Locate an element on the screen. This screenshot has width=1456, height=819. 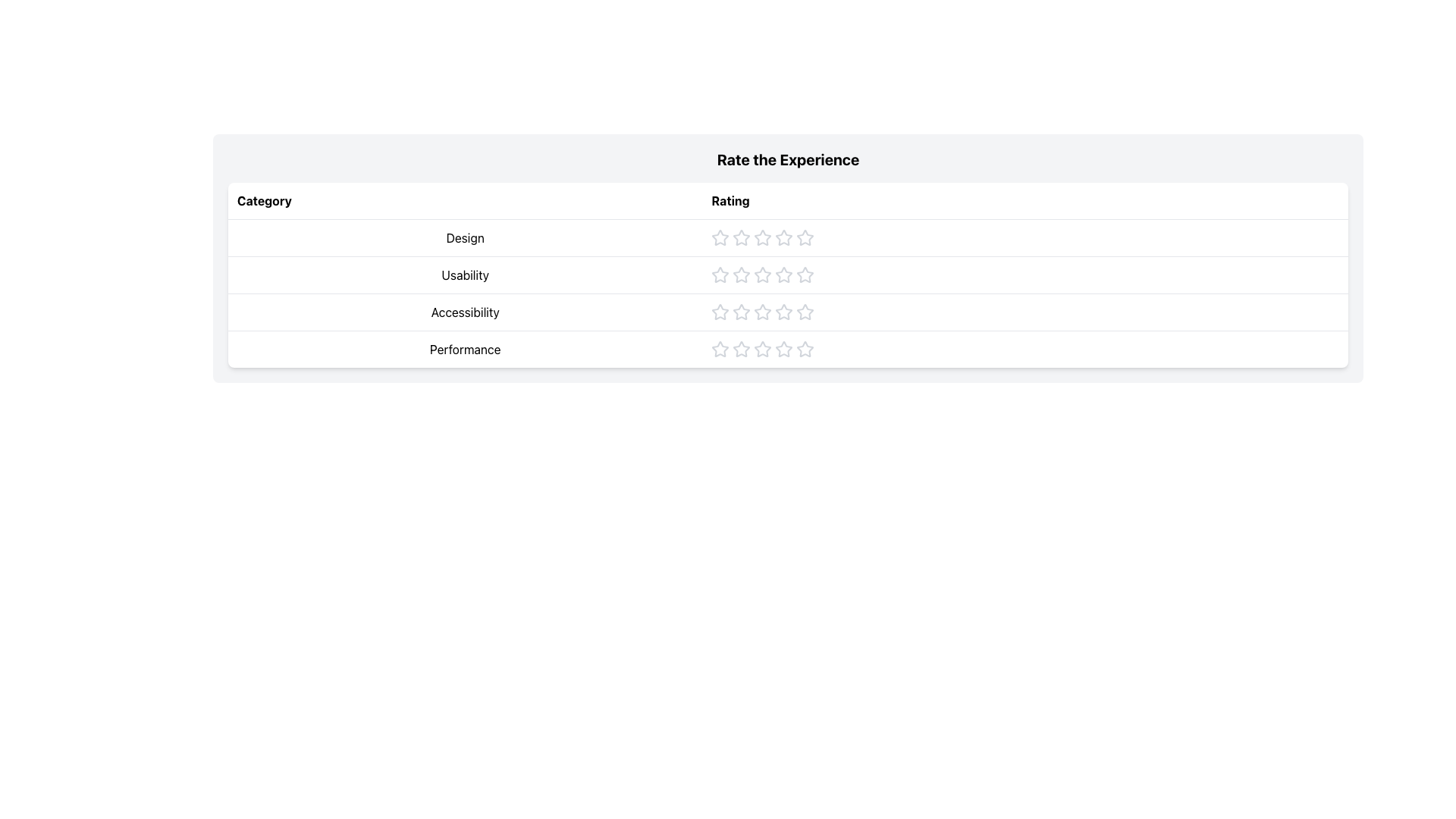
the first interactive star icon in the 'Usability' row under the 'Rate the Experience' table is located at coordinates (720, 275).